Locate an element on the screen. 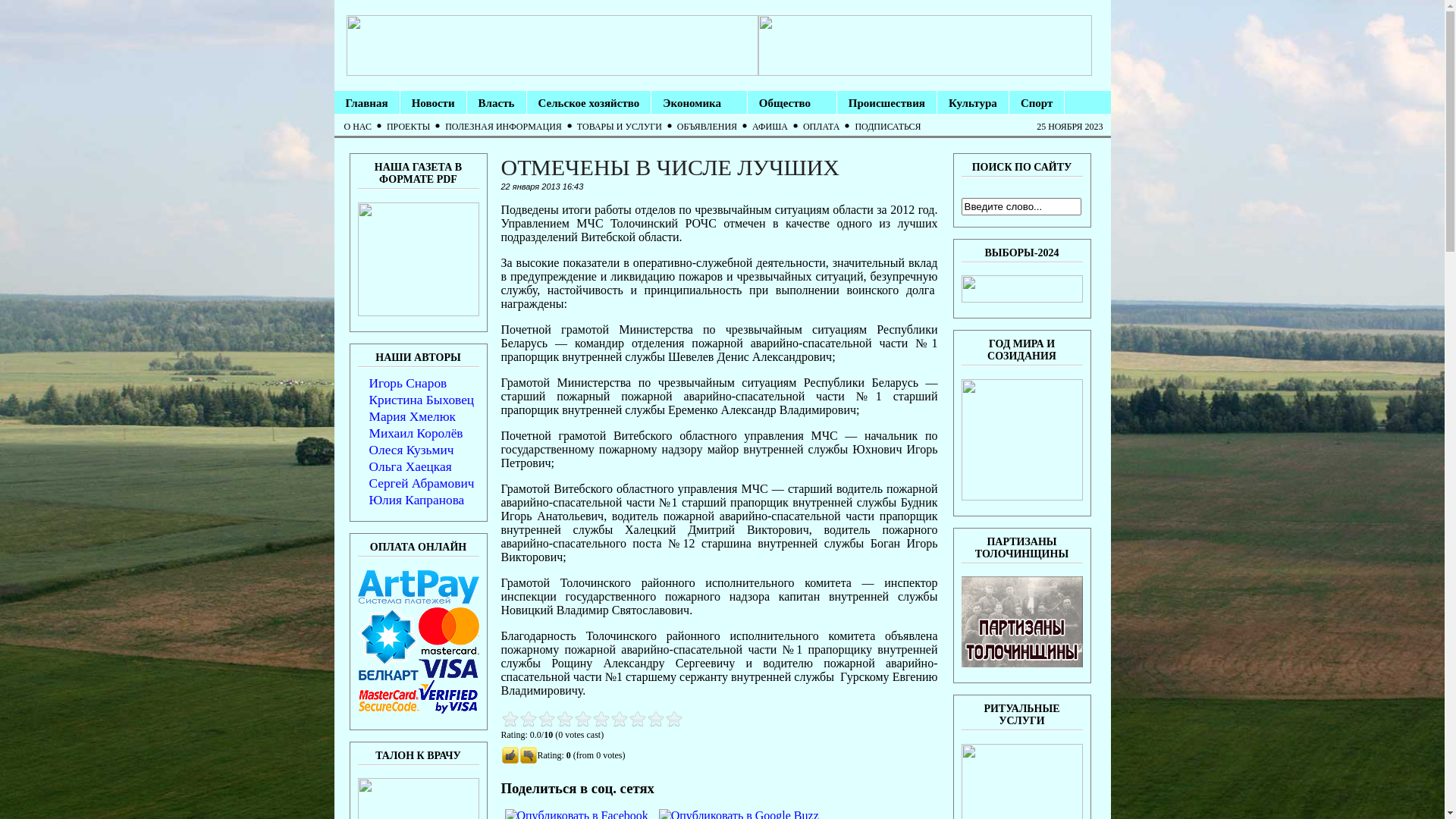  '1 / 10' is located at coordinates (510, 718).